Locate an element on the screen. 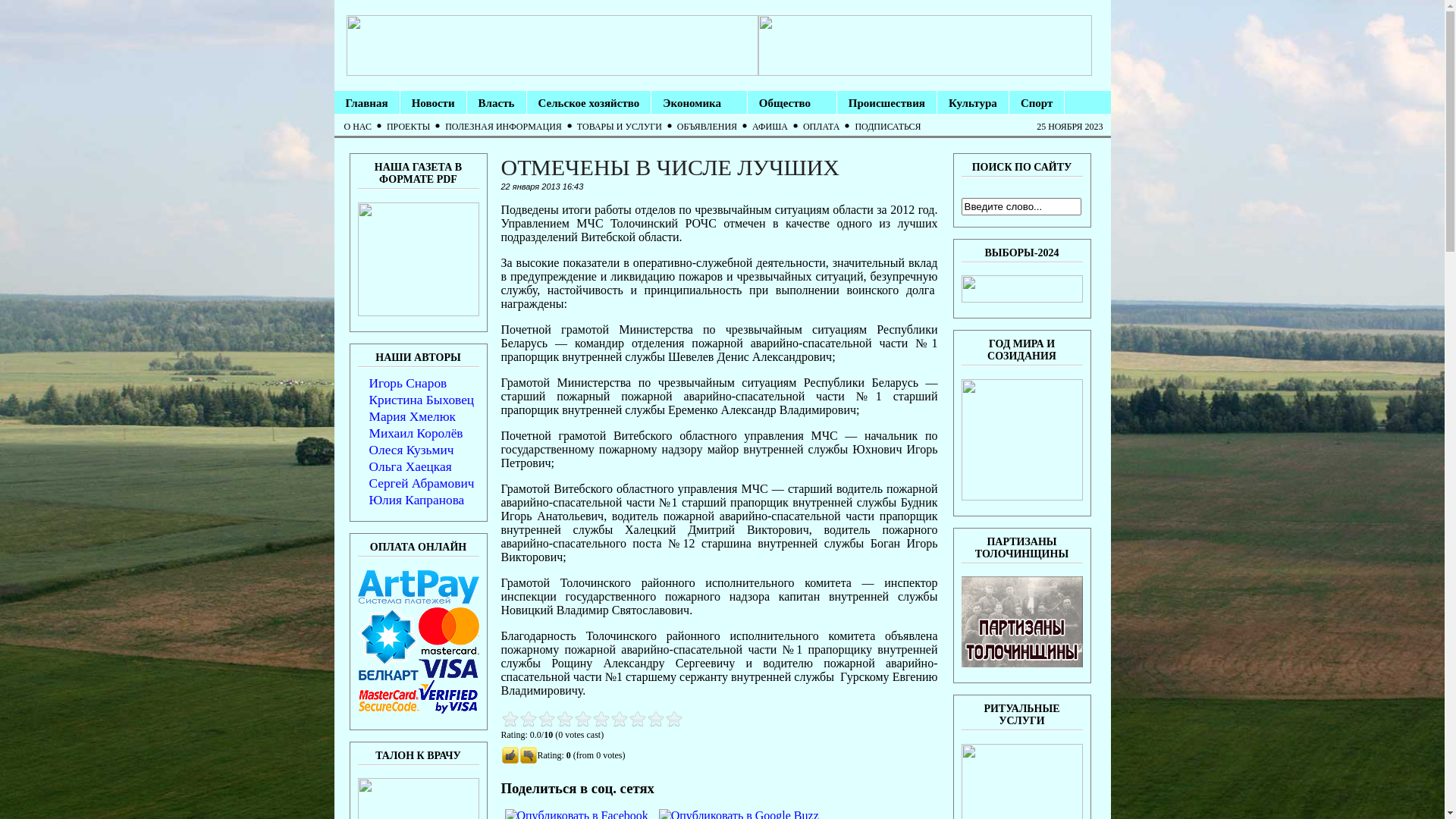  '1 / 10' is located at coordinates (510, 718).